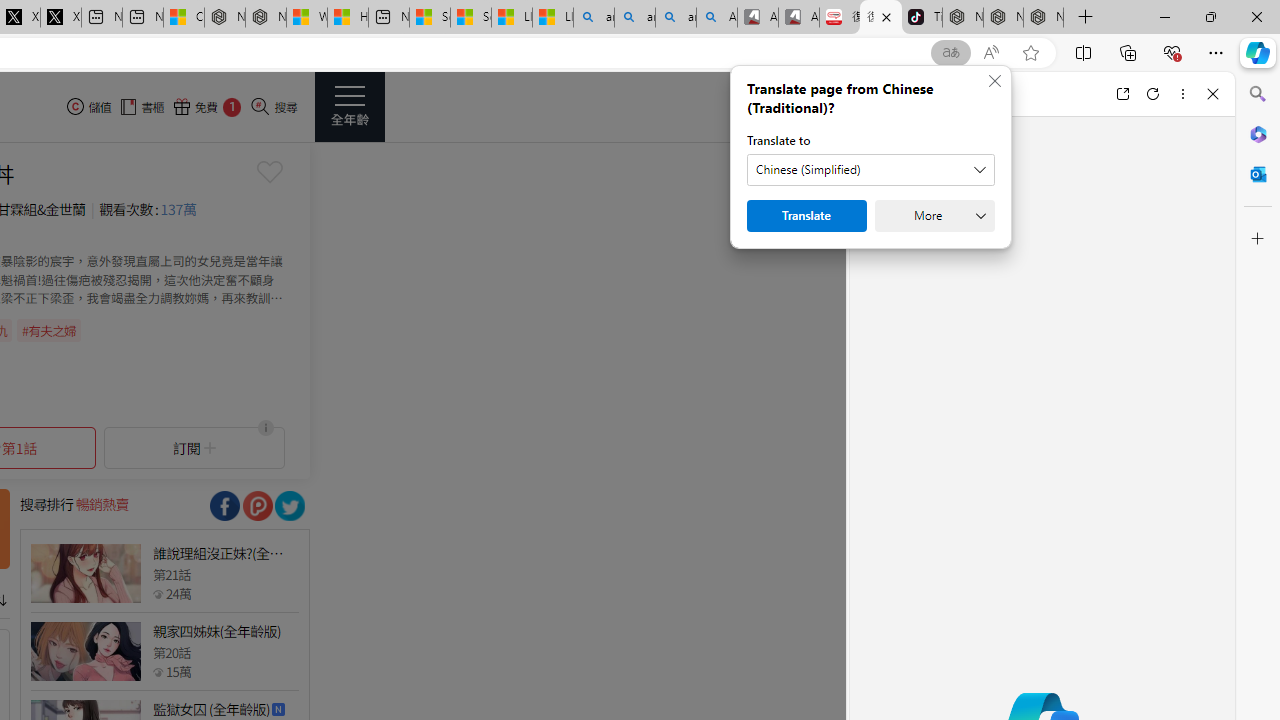 This screenshot has height=720, width=1280. What do you see at coordinates (1182, 93) in the screenshot?
I see `'More options'` at bounding box center [1182, 93].